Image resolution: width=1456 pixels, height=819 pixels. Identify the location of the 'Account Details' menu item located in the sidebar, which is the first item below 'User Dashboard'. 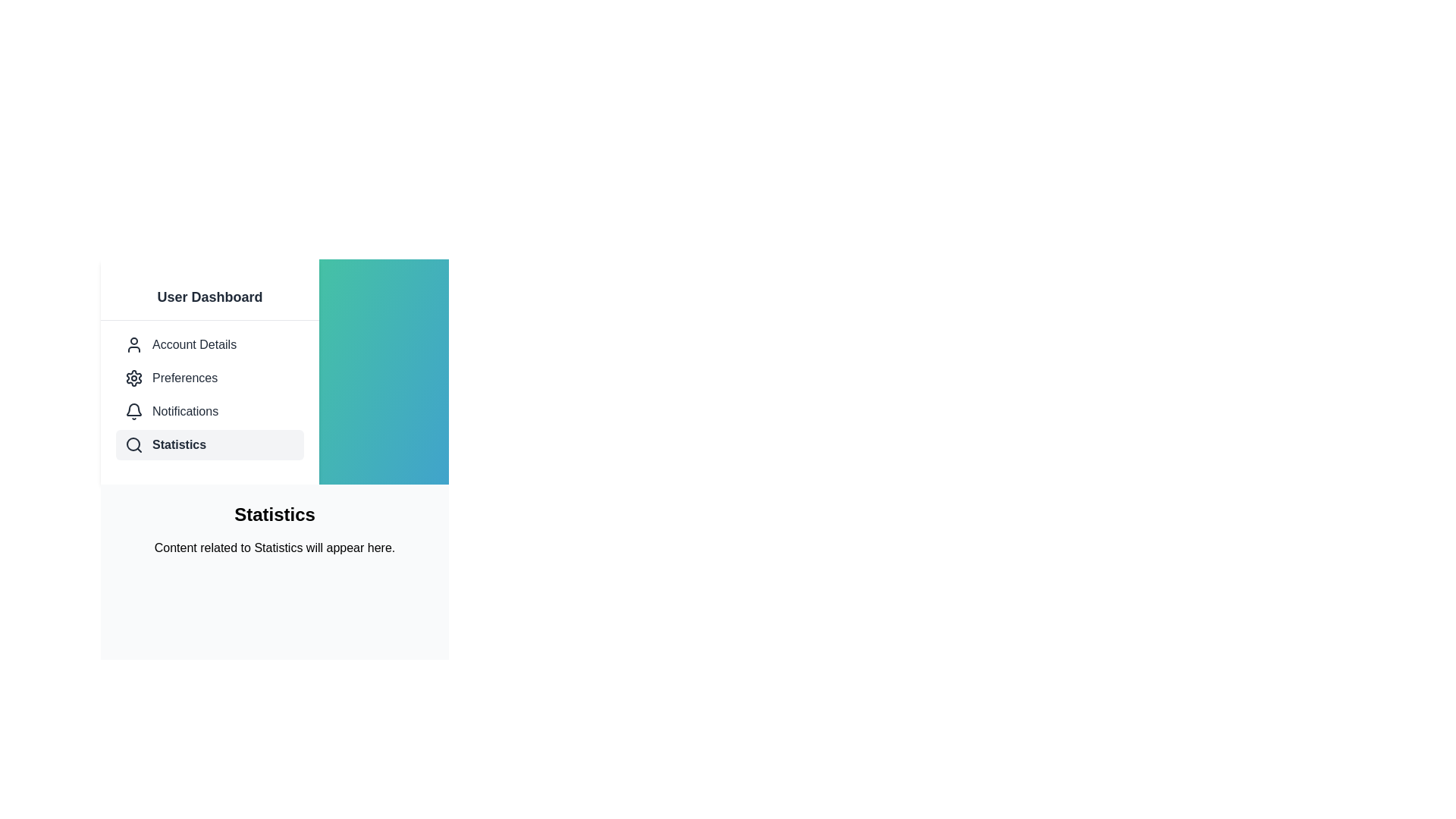
(209, 345).